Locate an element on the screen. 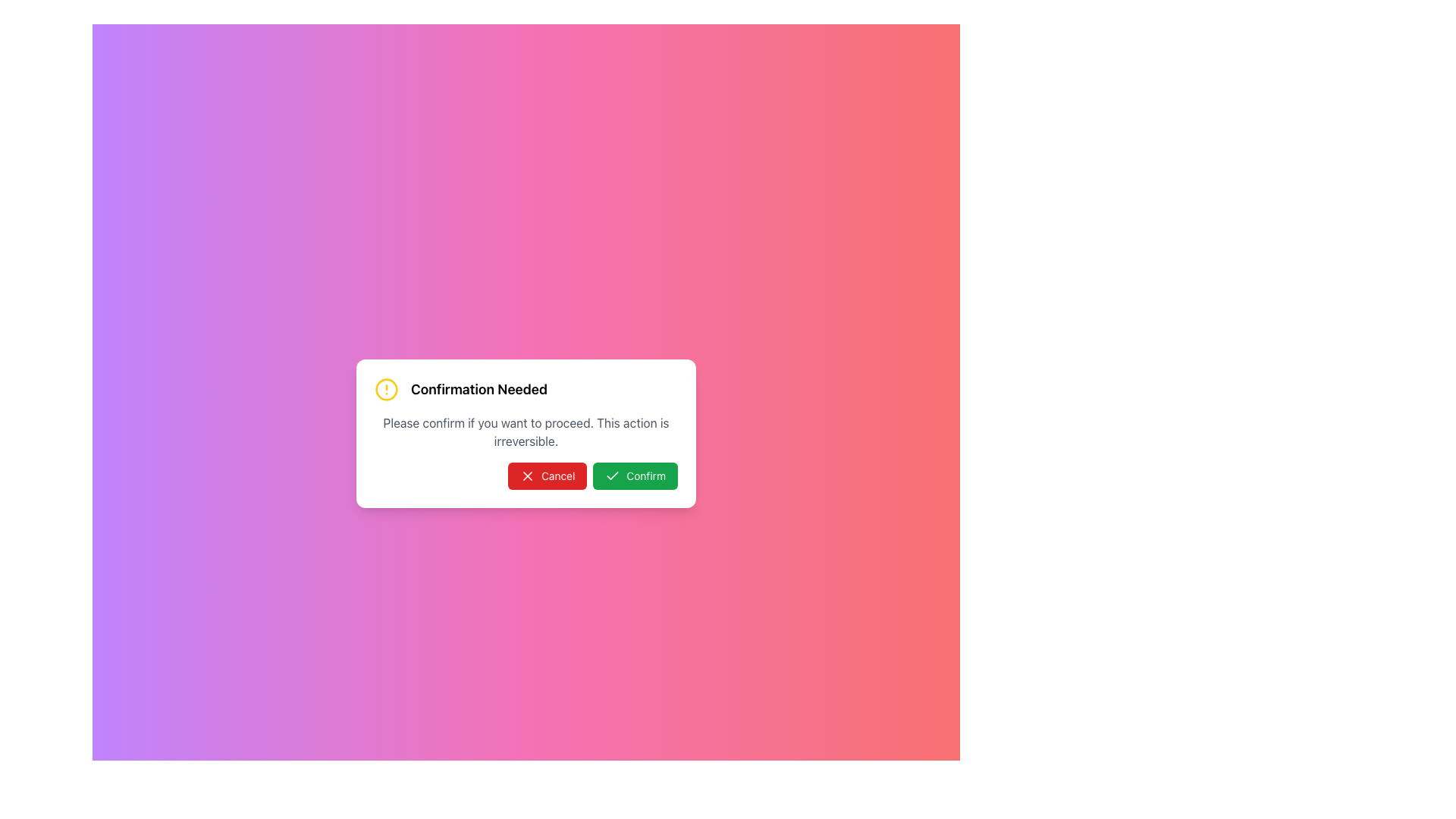 The height and width of the screenshot is (819, 1456). the Button Group containing 'Cancel' and 'Confirm' buttons located at the bottom of the modal dialog is located at coordinates (526, 475).